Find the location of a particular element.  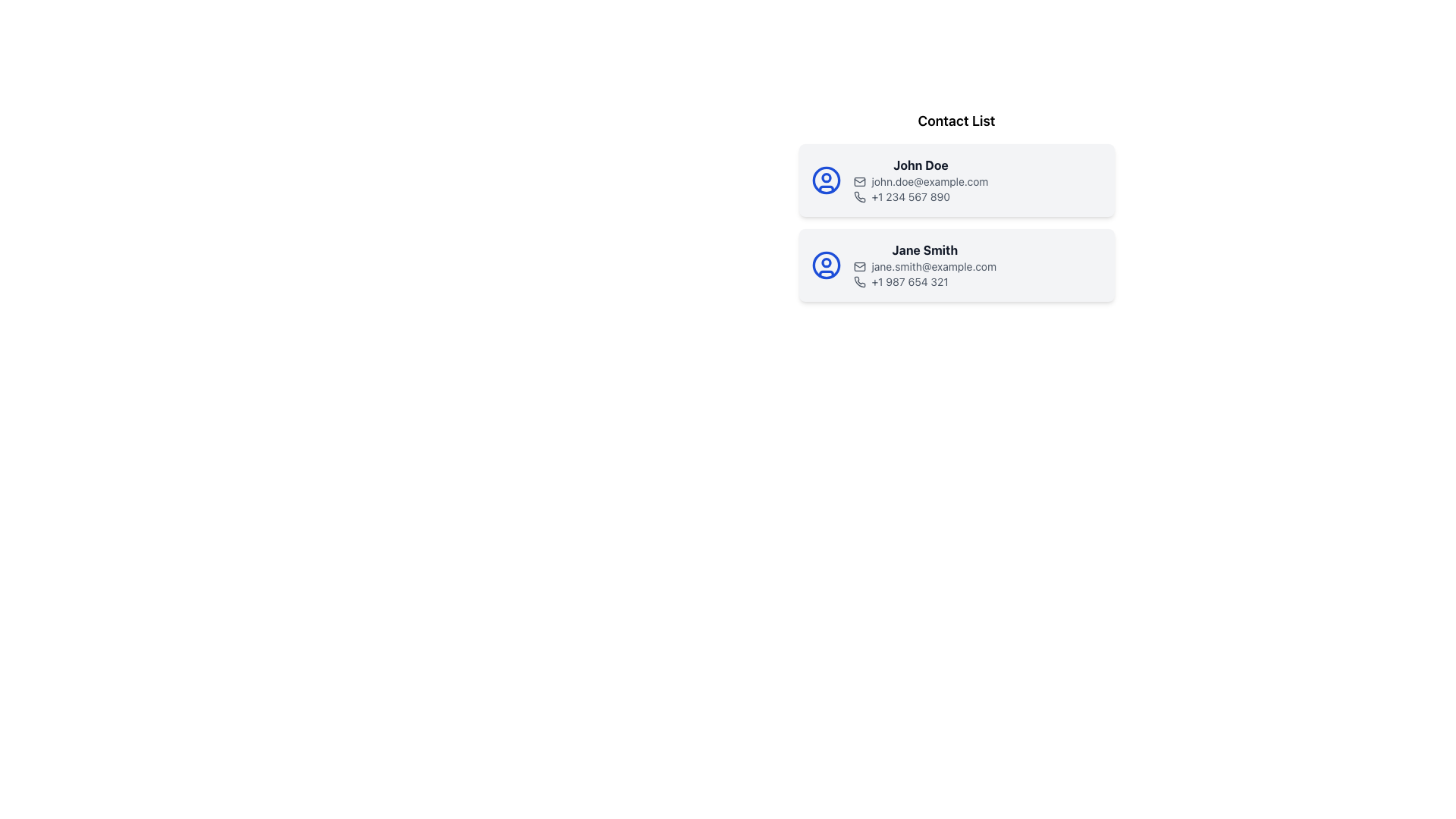

the envelope-shaped icon associated with the email for John Doe, which is located to the left of the email address 'john.doe@example.com' is located at coordinates (859, 180).